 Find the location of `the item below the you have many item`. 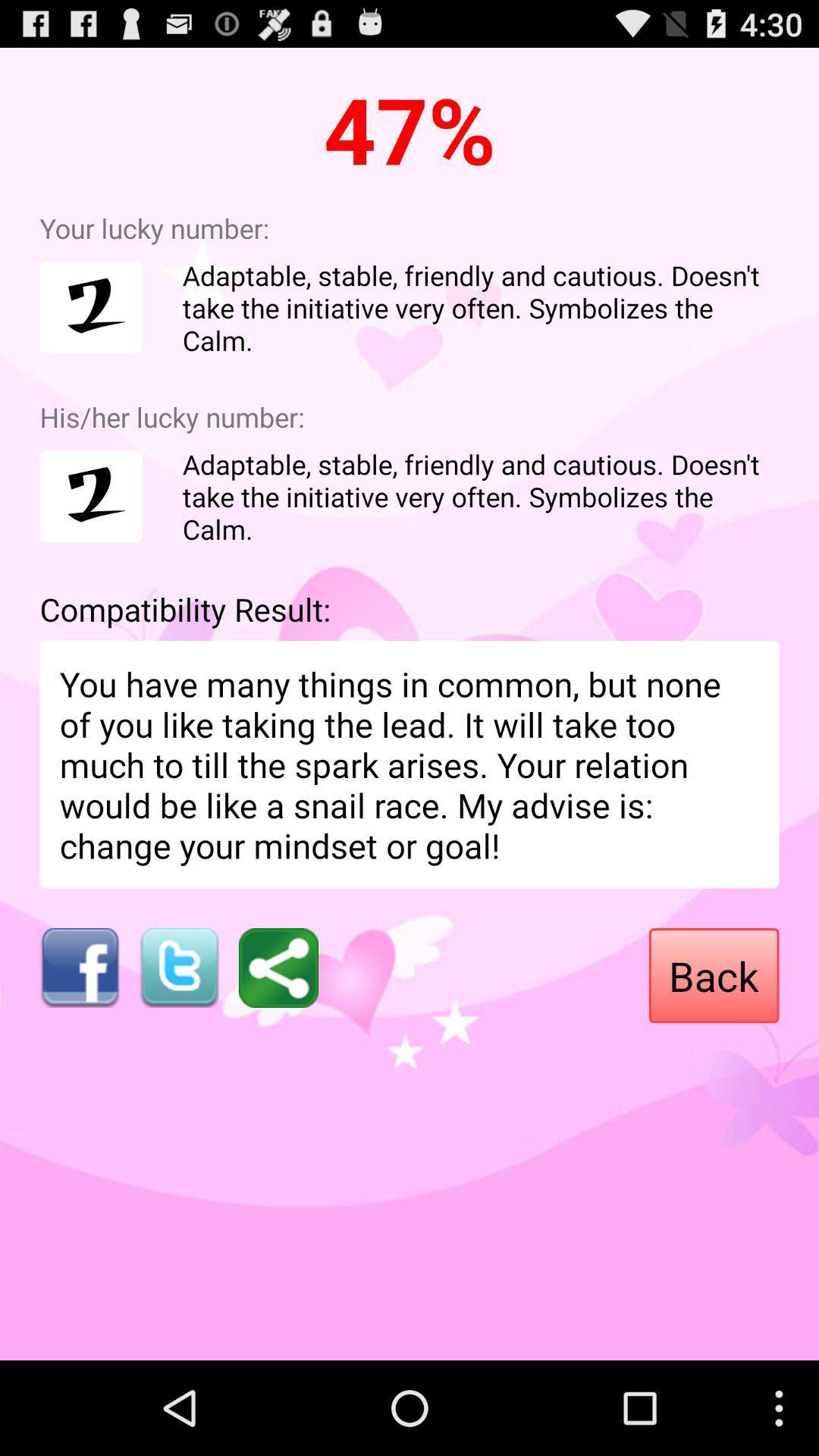

the item below the you have many item is located at coordinates (178, 967).